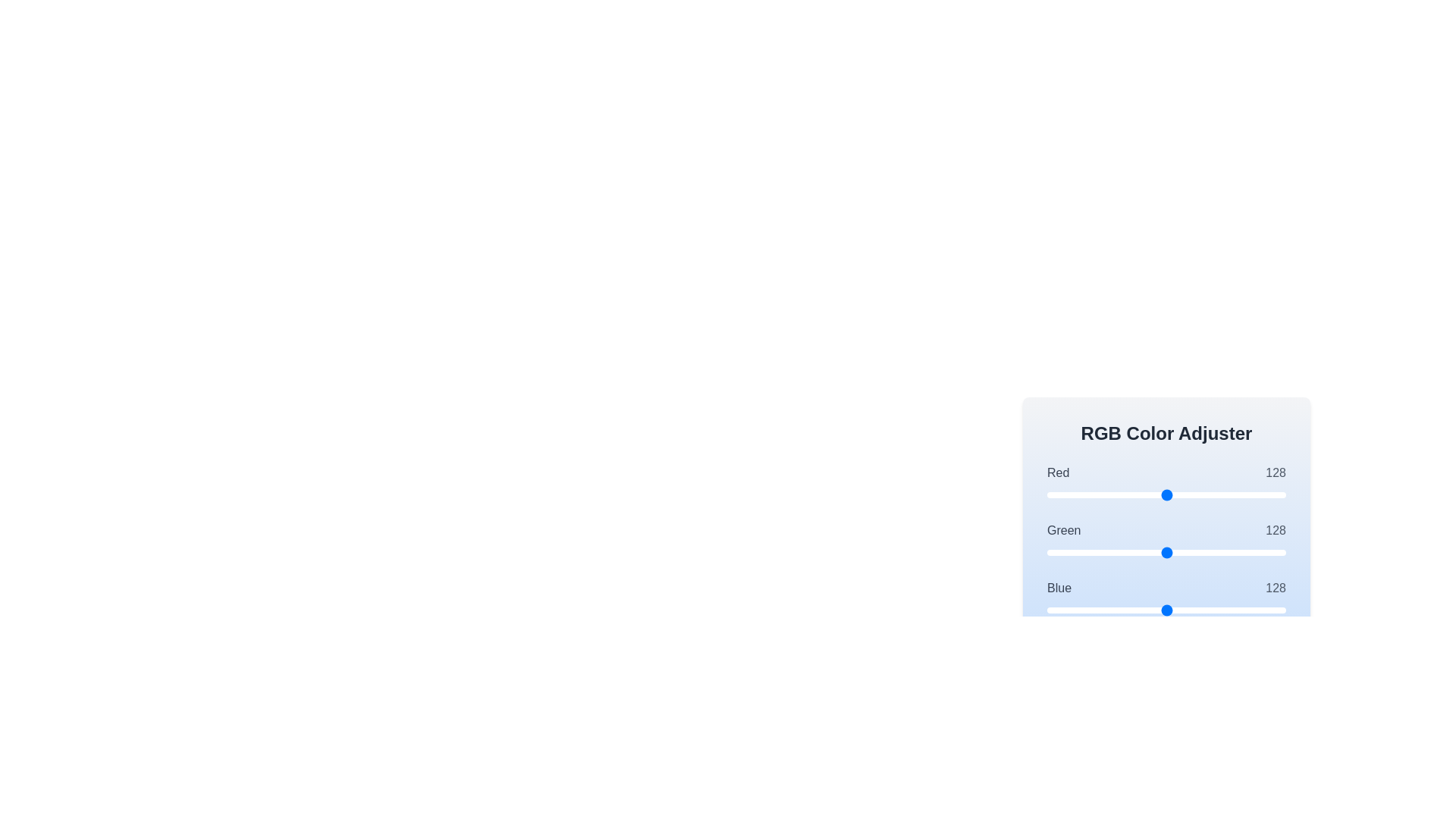 The image size is (1456, 819). I want to click on the red slider to 100 by dragging or clicking on the slider, so click(1141, 494).